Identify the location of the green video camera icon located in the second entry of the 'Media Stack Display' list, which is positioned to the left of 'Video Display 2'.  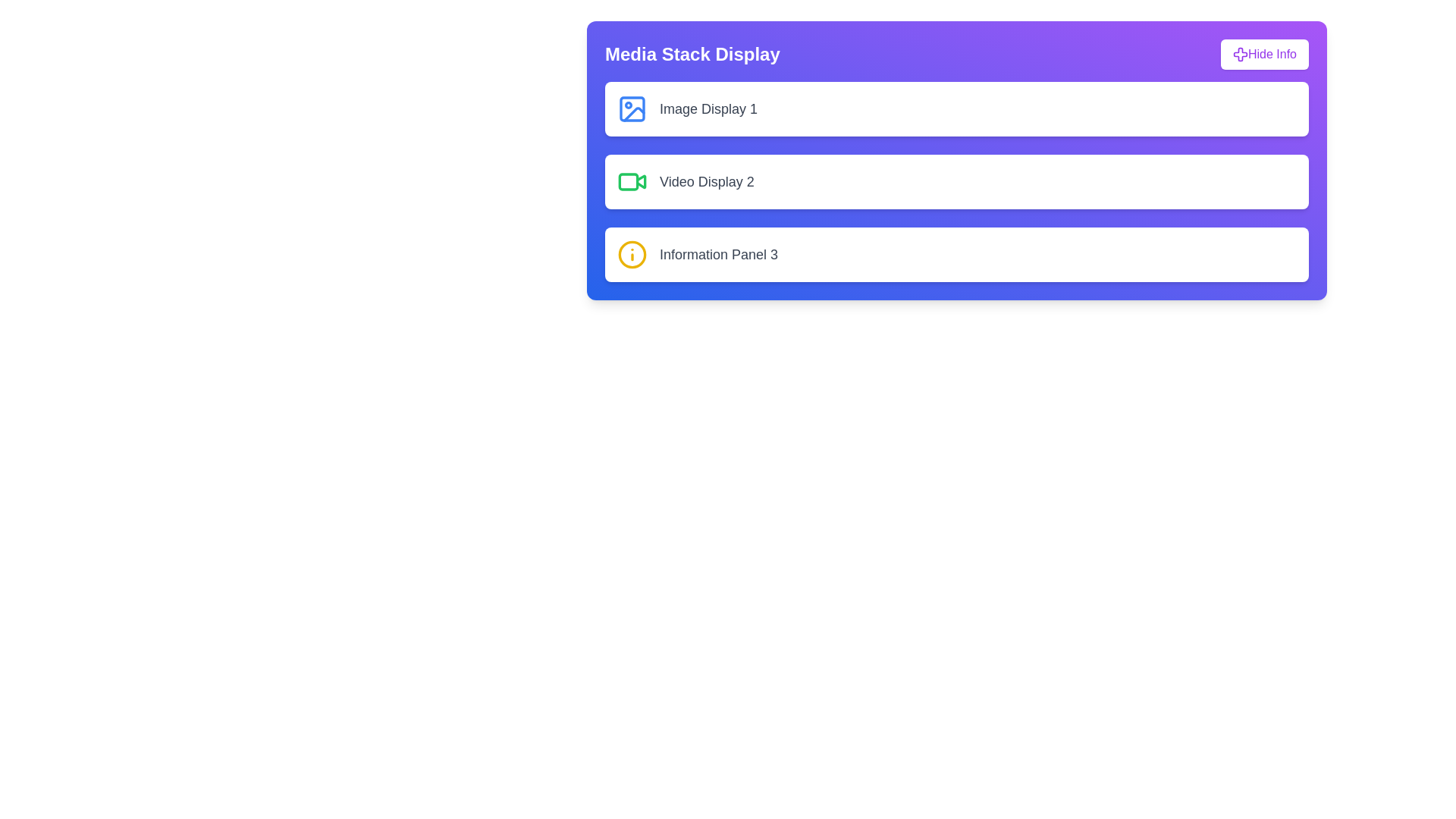
(632, 180).